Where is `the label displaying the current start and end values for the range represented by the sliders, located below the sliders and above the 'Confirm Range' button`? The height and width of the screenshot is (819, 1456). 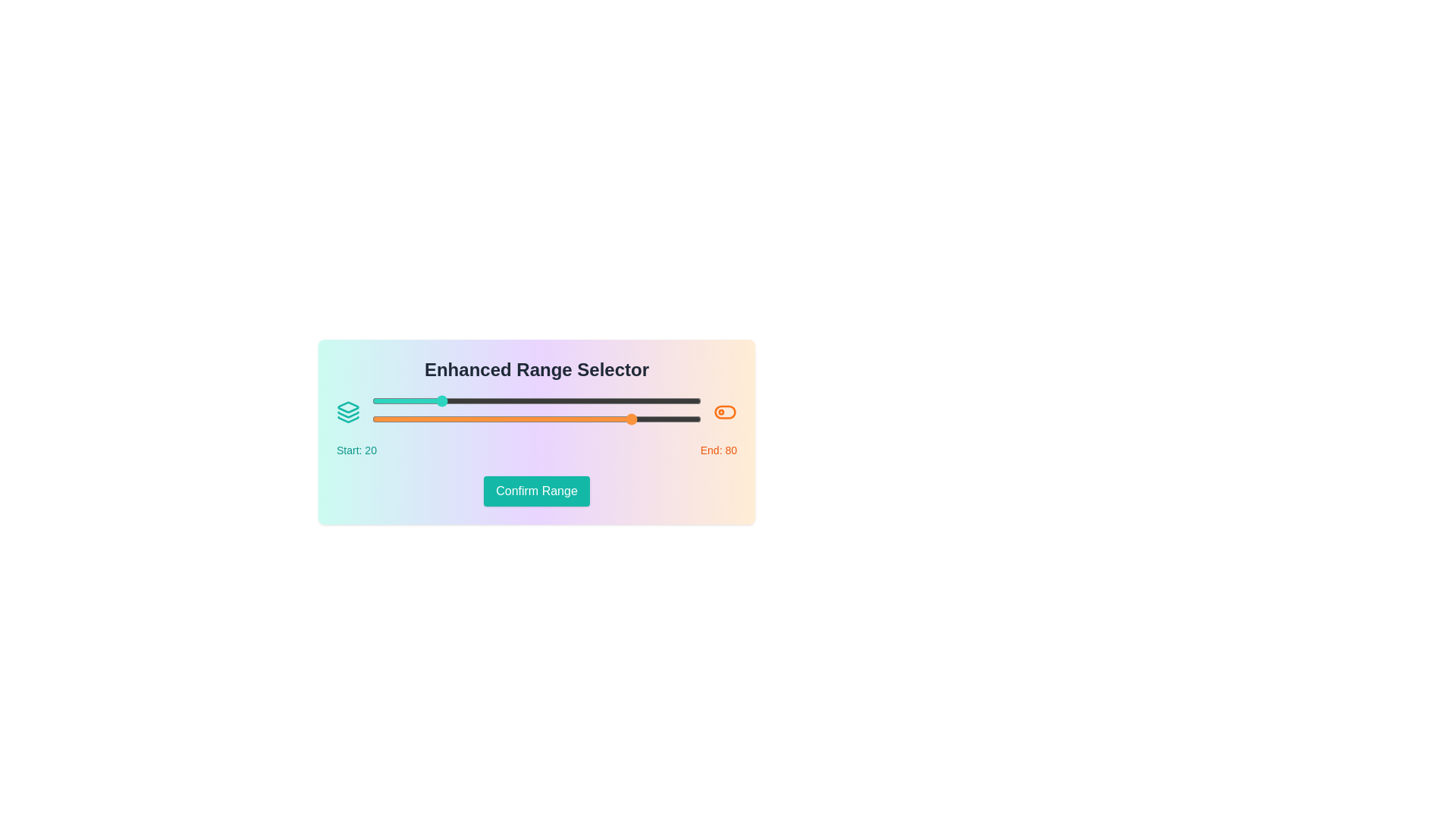 the label displaying the current start and end values for the range represented by the sliders, located below the sliders and above the 'Confirm Range' button is located at coordinates (537, 450).